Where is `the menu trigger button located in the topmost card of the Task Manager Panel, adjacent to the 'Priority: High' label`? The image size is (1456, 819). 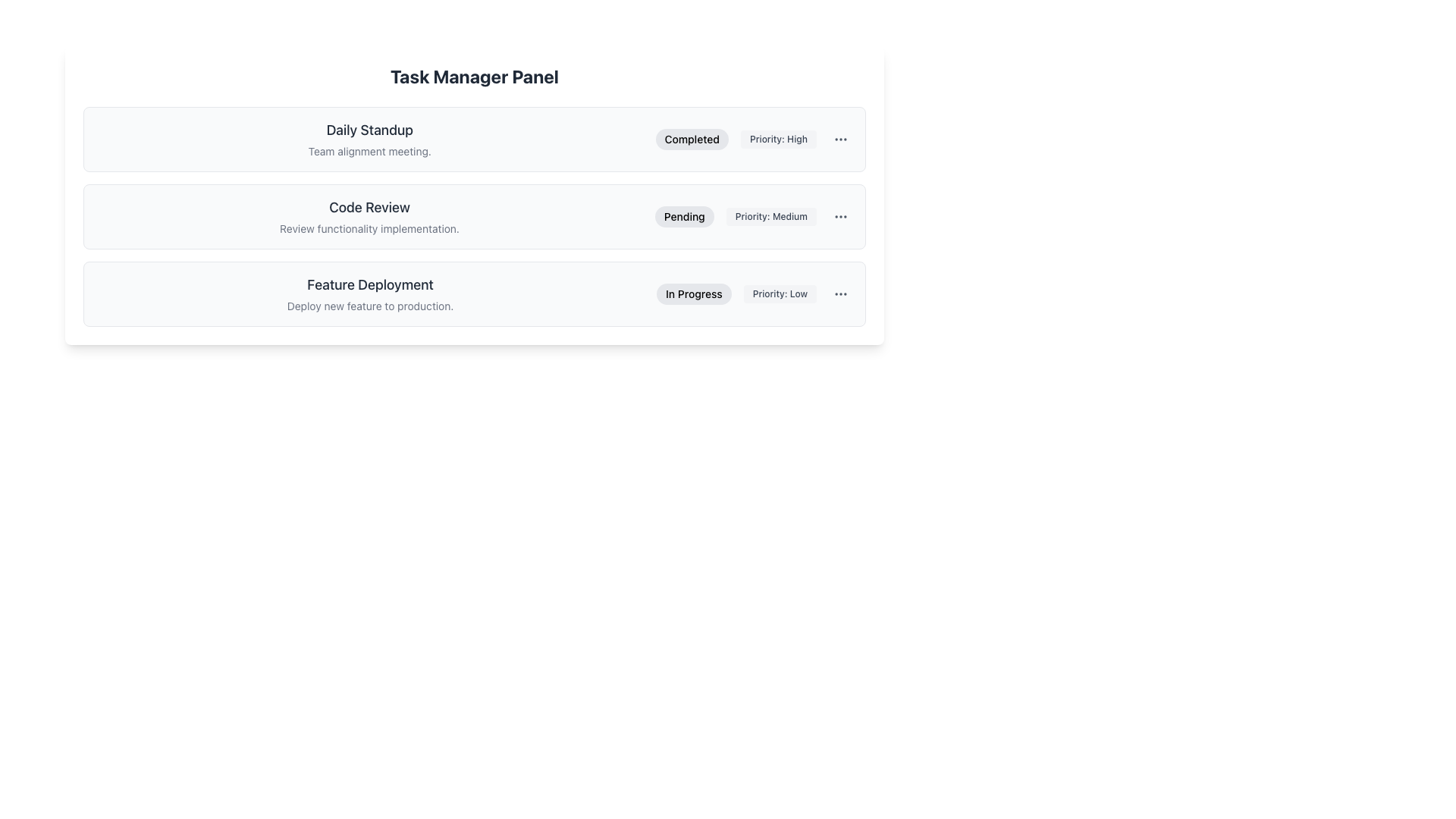
the menu trigger button located in the topmost card of the Task Manager Panel, adjacent to the 'Priority: High' label is located at coordinates (839, 140).